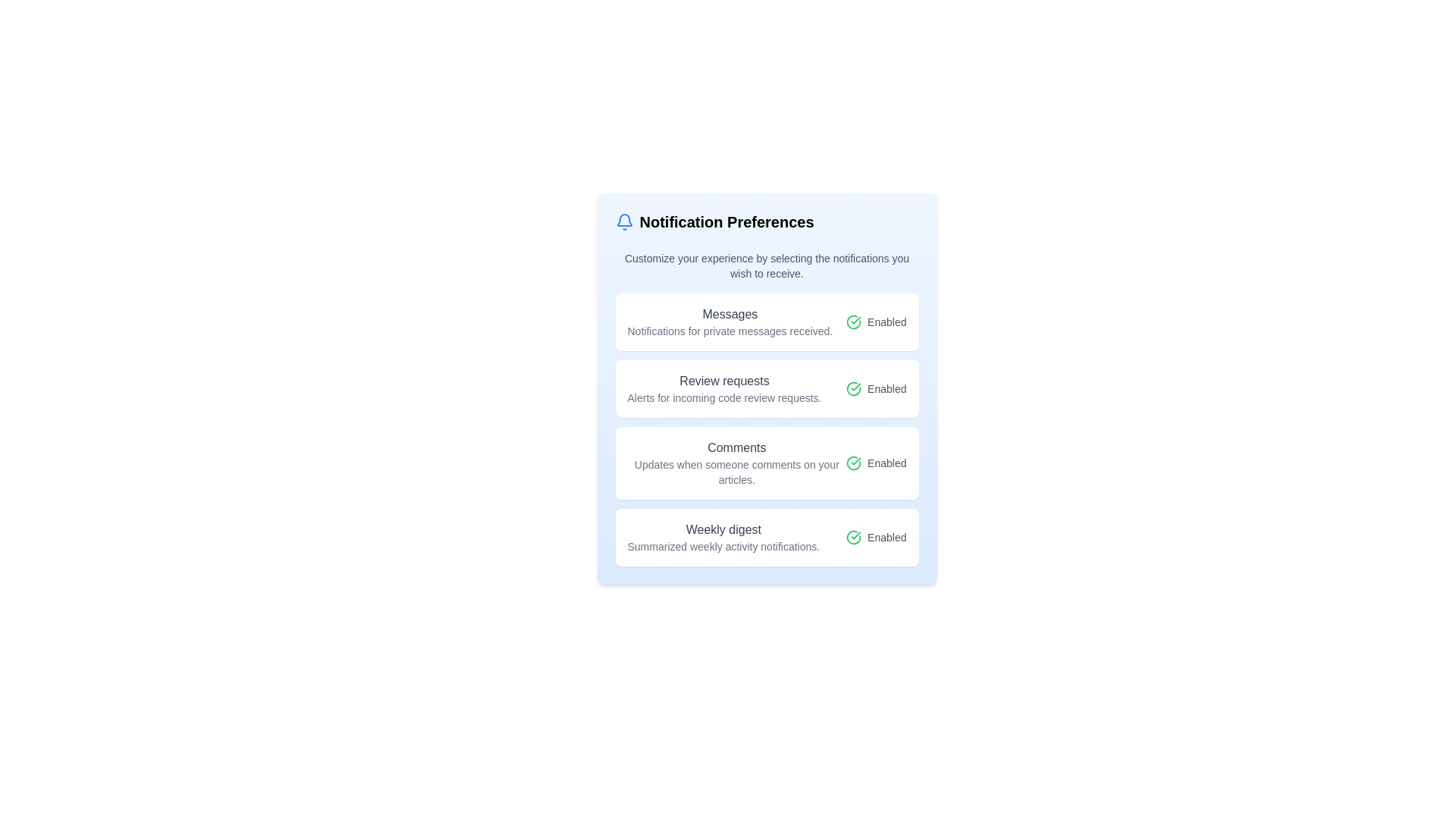 The width and height of the screenshot is (1456, 819). I want to click on the activation status of the Status indicator with a checkmark icon and the text 'Enabled' located at the right end of the notification preference item labeled 'Comments', so click(876, 462).